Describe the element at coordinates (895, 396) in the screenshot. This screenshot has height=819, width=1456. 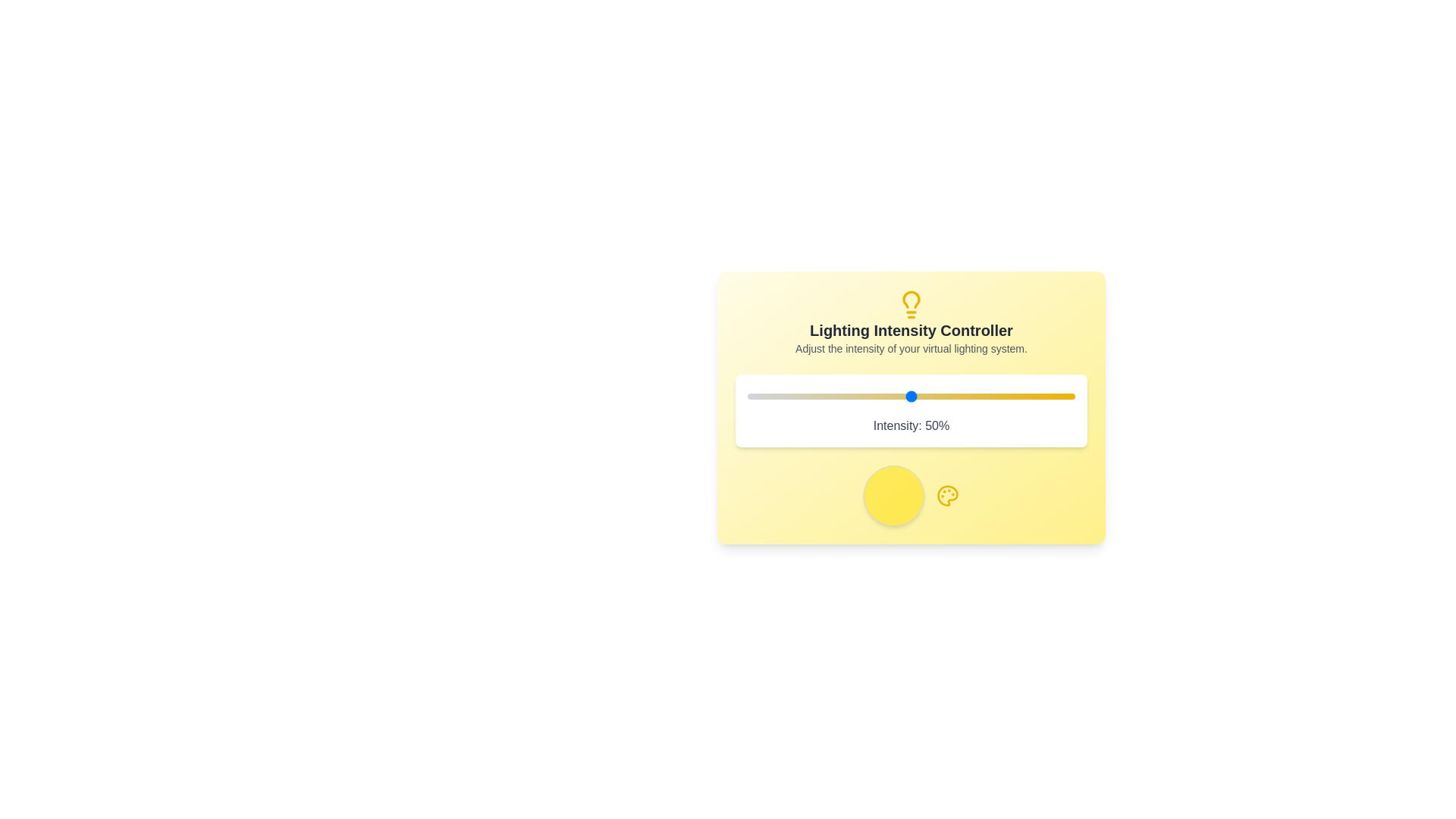
I see `the lighting intensity to 45% by interacting with the slider` at that location.